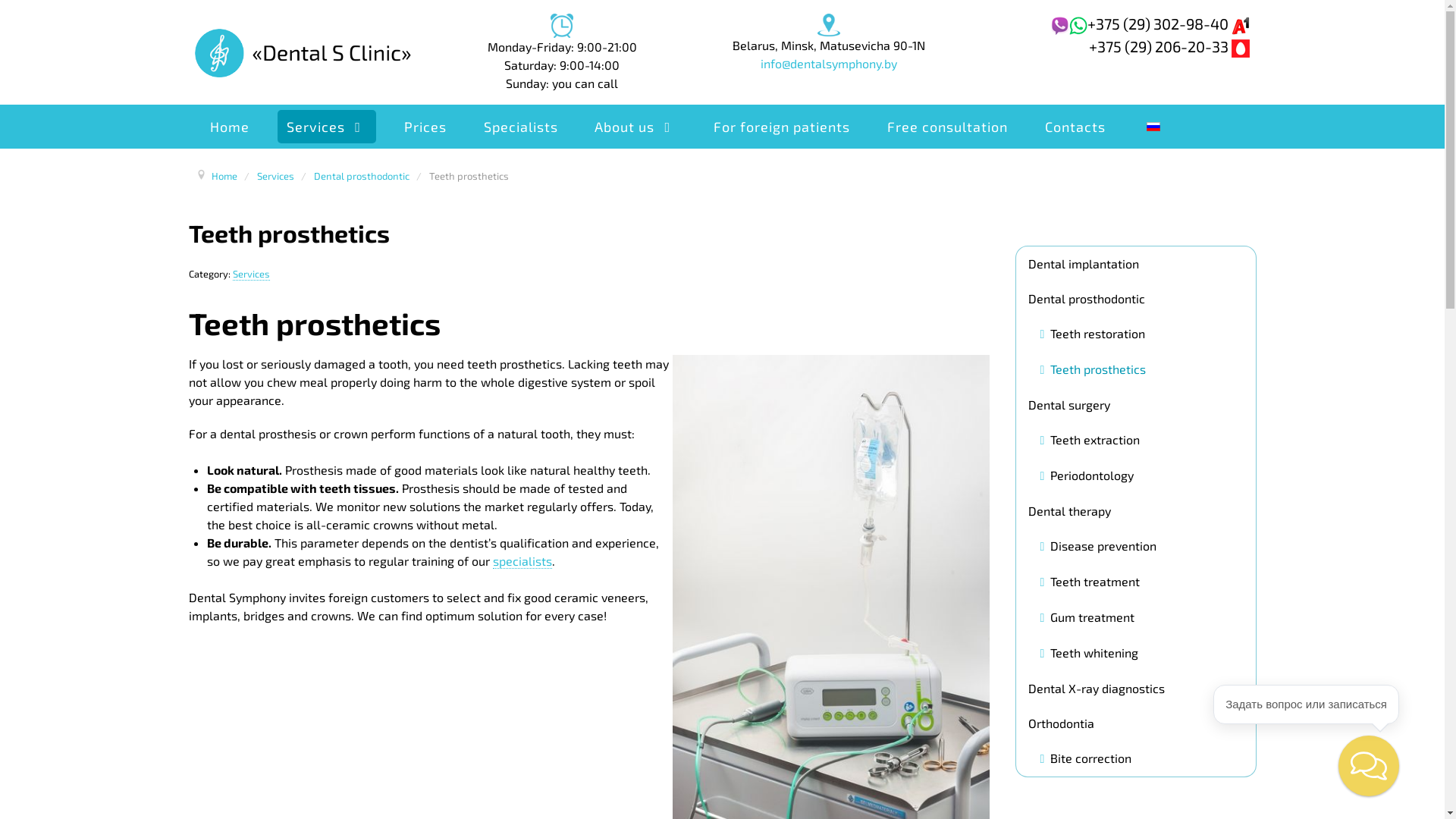 The image size is (1456, 819). What do you see at coordinates (1135, 403) in the screenshot?
I see `'Dental surgery'` at bounding box center [1135, 403].